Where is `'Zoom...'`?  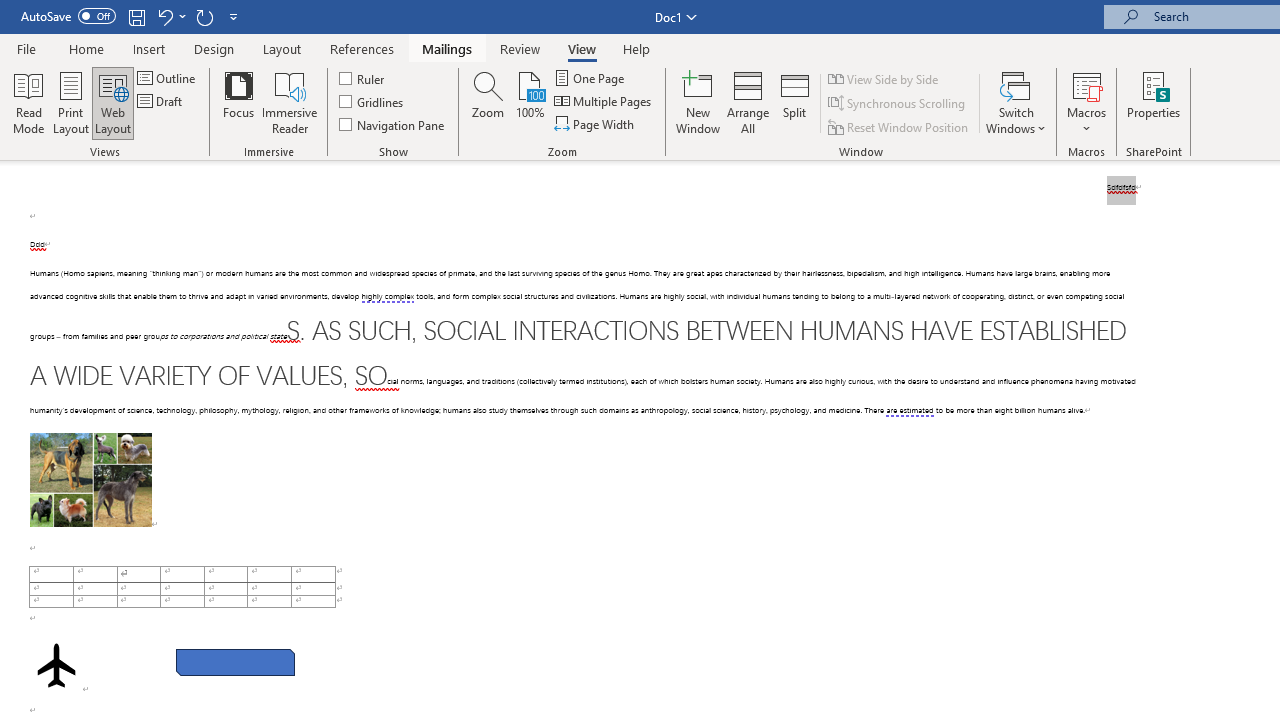
'Zoom...' is located at coordinates (488, 103).